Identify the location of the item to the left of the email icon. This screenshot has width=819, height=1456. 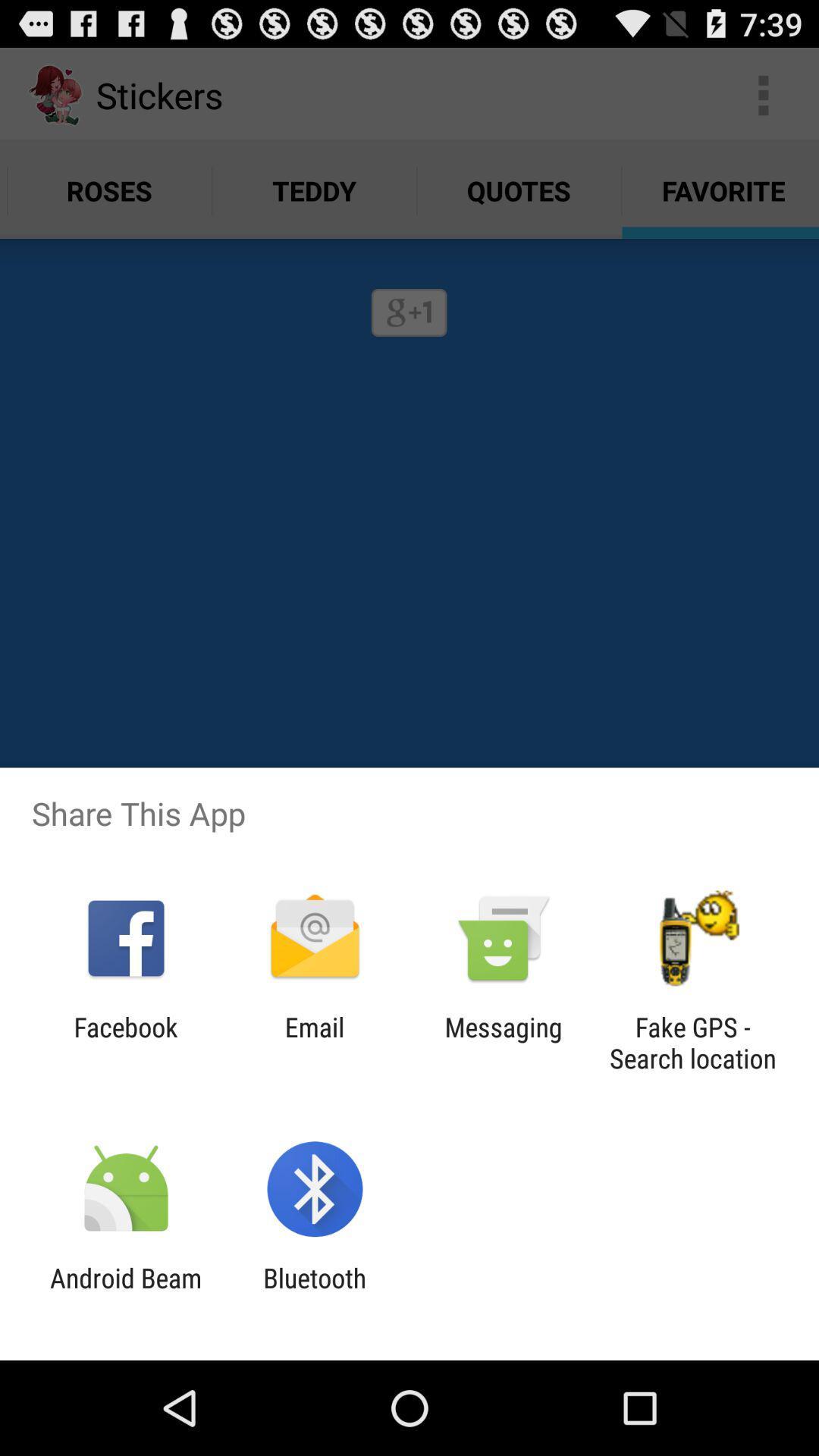
(125, 1042).